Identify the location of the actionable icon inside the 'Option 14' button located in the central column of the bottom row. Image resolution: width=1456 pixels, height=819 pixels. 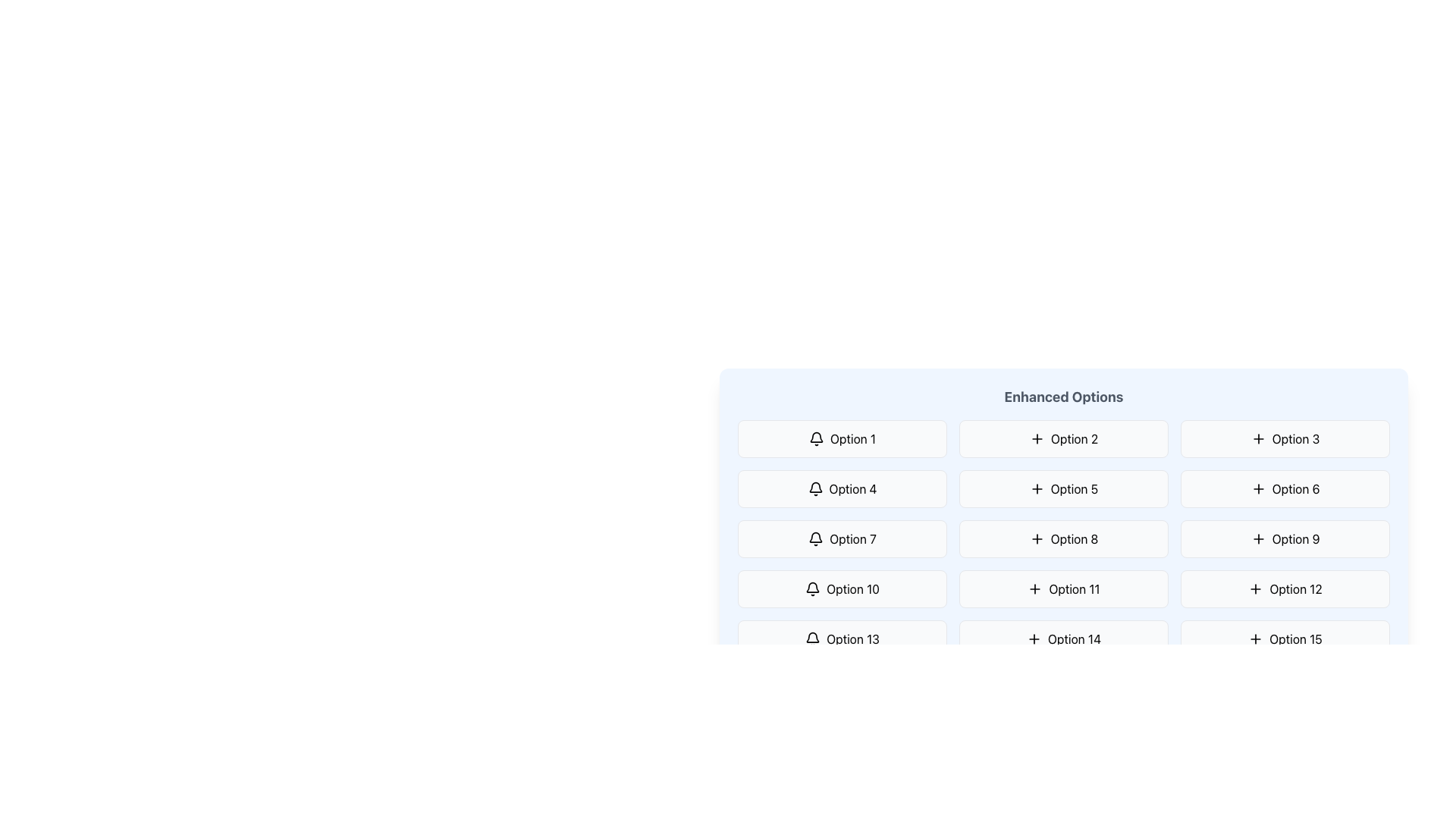
(1033, 639).